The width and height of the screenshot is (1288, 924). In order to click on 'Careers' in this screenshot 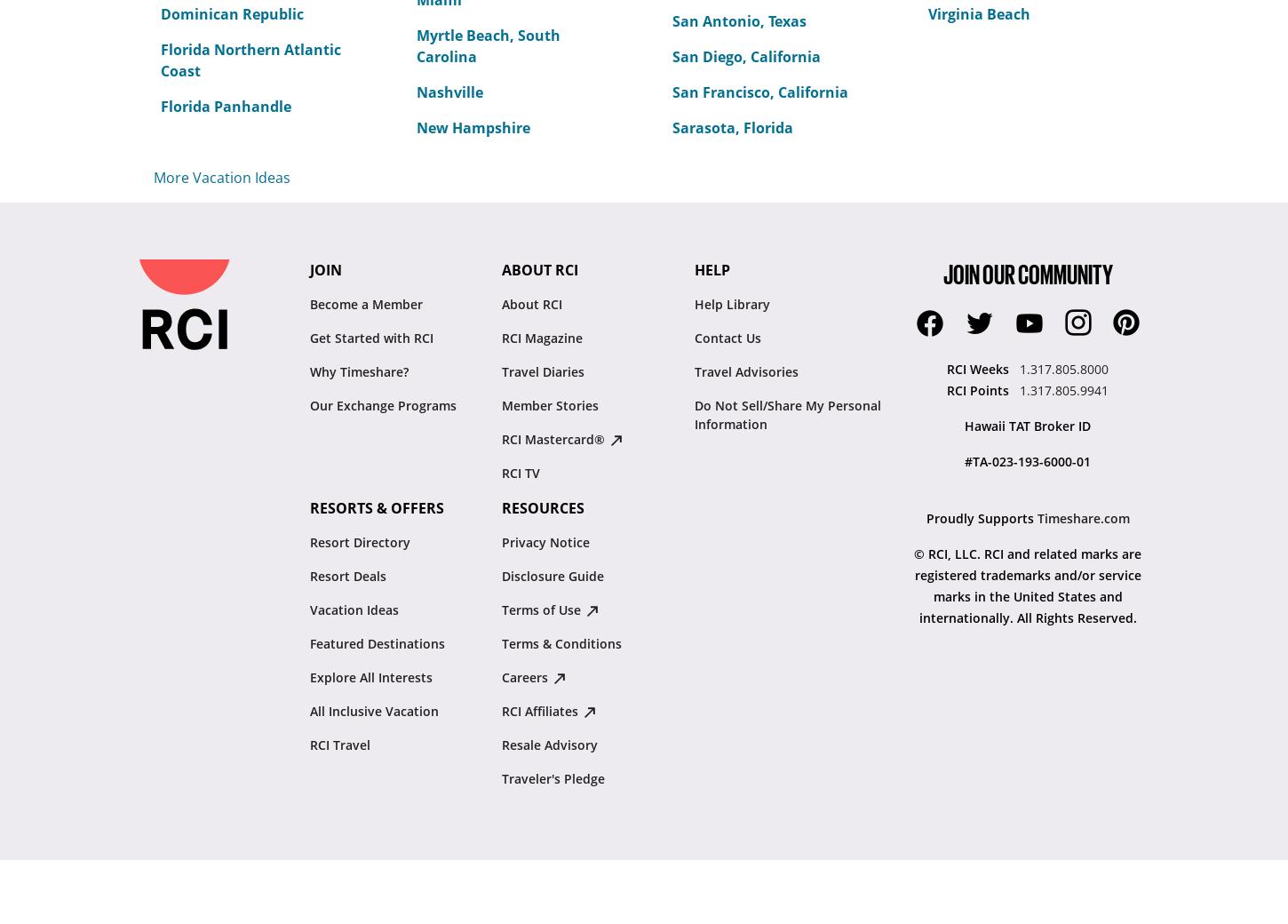, I will do `click(527, 677)`.